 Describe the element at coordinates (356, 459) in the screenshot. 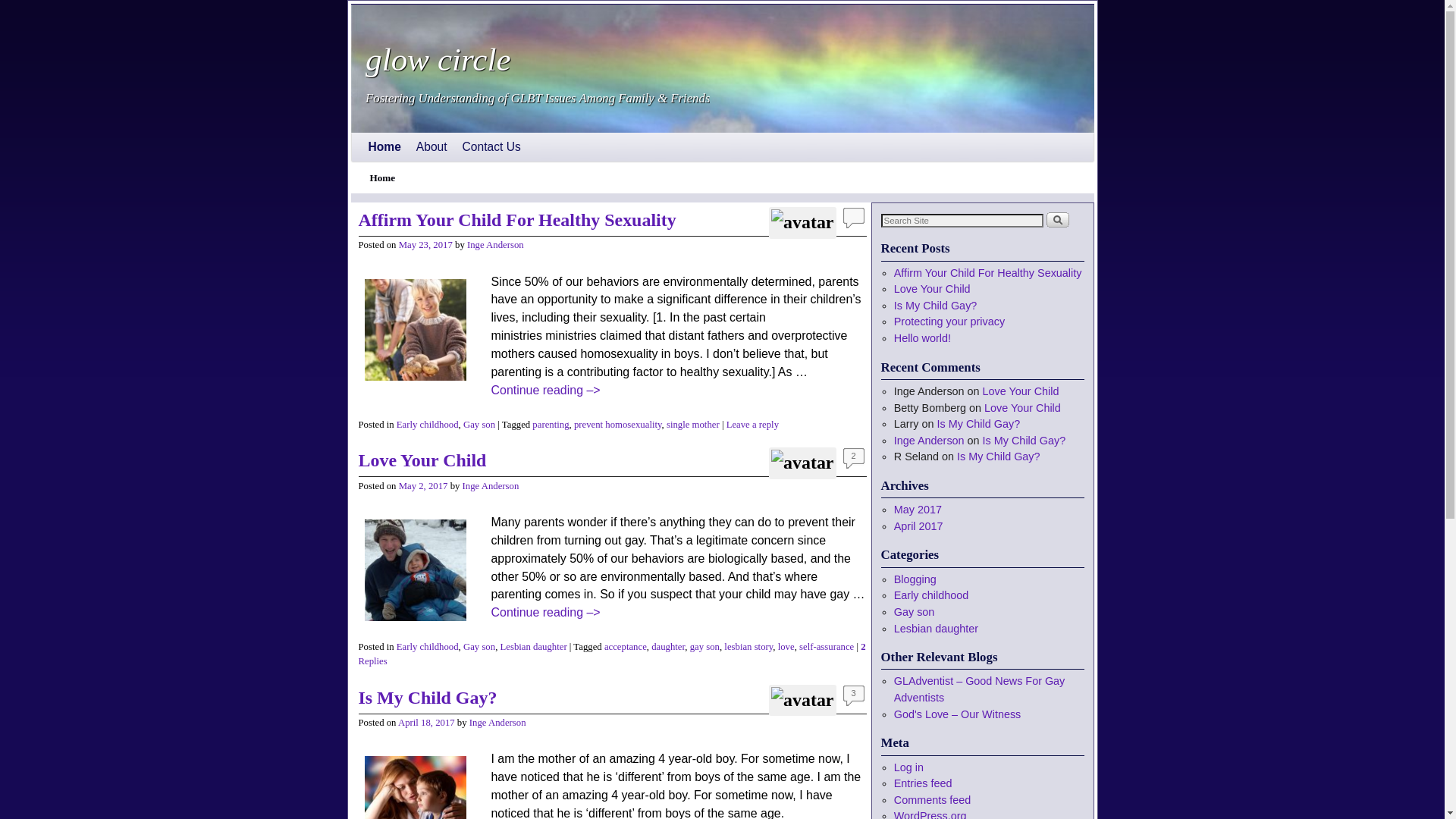

I see `'Love Your Child'` at that location.